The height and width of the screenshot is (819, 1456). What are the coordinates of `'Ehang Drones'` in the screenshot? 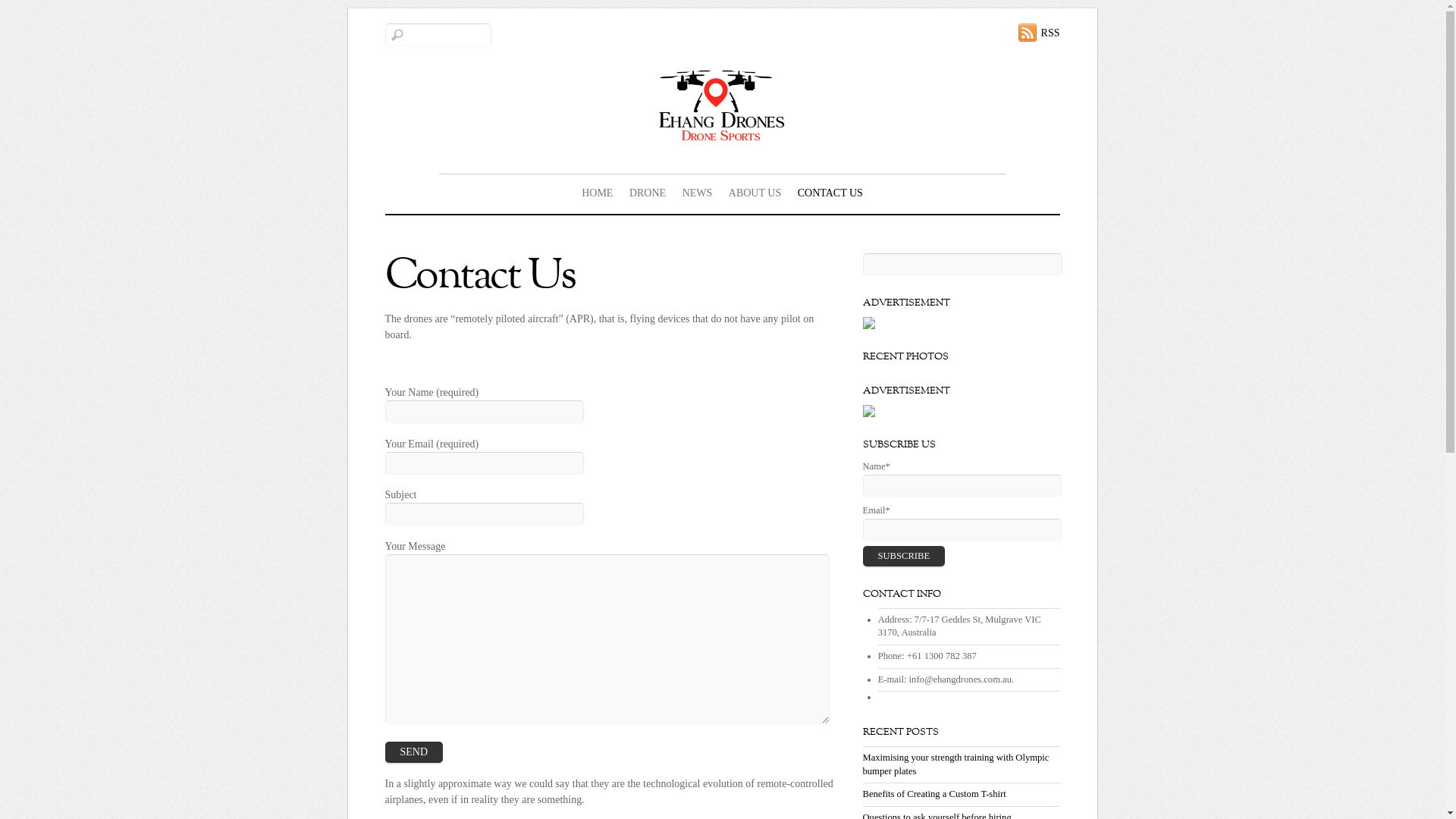 It's located at (720, 136).